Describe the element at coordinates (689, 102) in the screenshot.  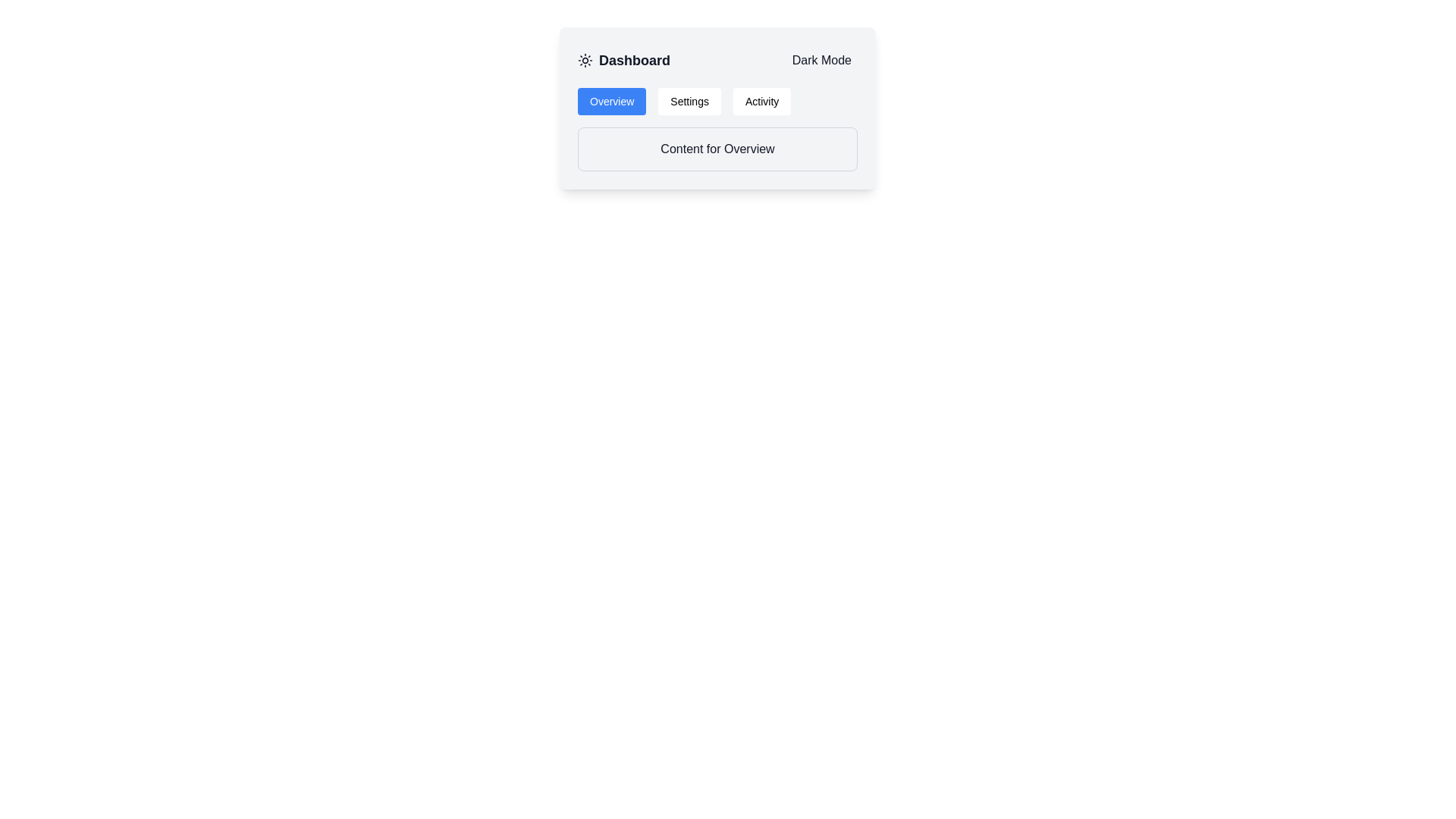
I see `the 'Settings' button, which is a rectangular button with a white background and black text, located centrally in a row of buttons, to change its background color to light gray` at that location.